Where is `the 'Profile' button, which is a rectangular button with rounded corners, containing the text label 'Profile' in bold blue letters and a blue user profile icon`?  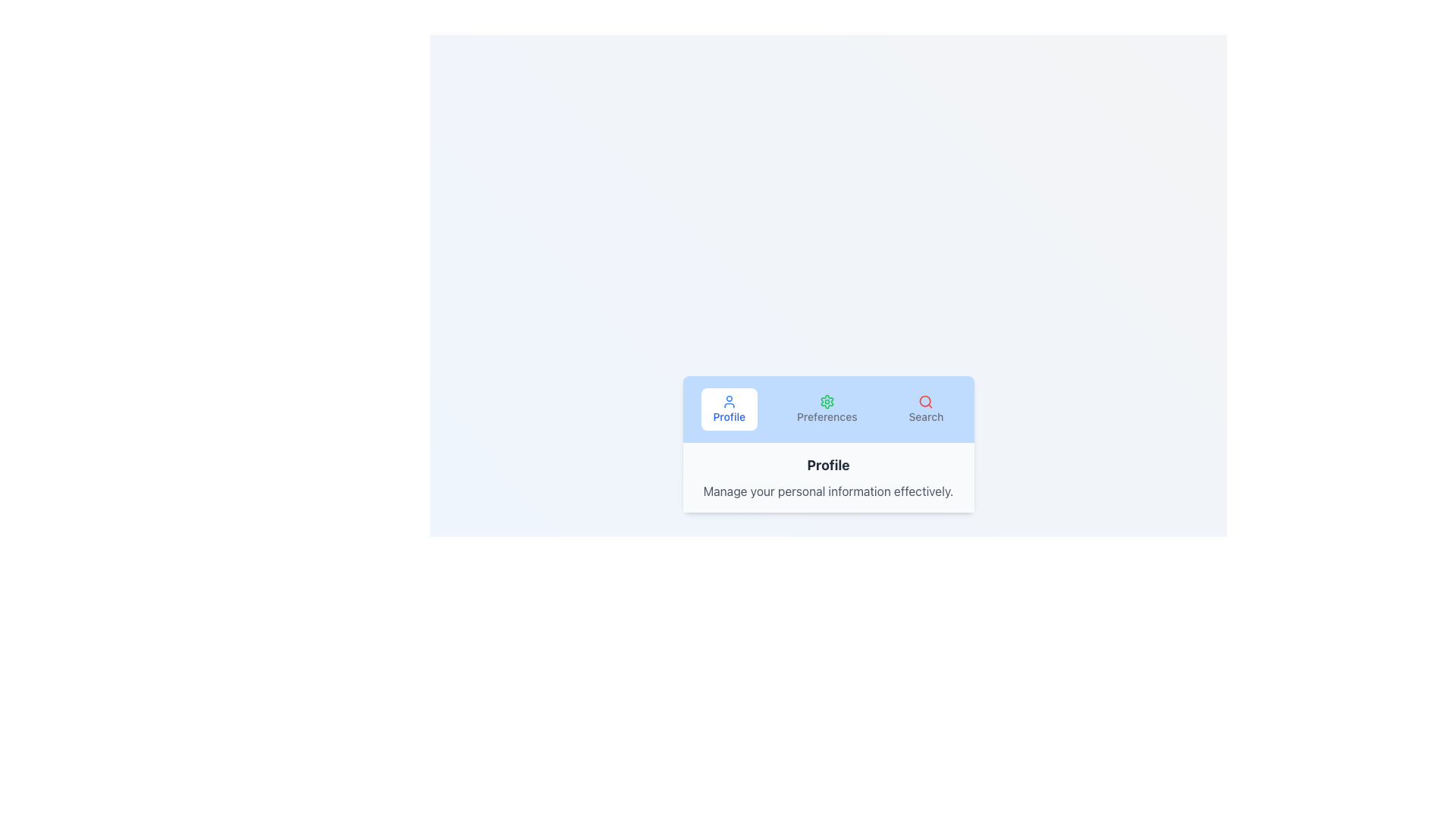 the 'Profile' button, which is a rectangular button with rounded corners, containing the text label 'Profile' in bold blue letters and a blue user profile icon is located at coordinates (729, 409).